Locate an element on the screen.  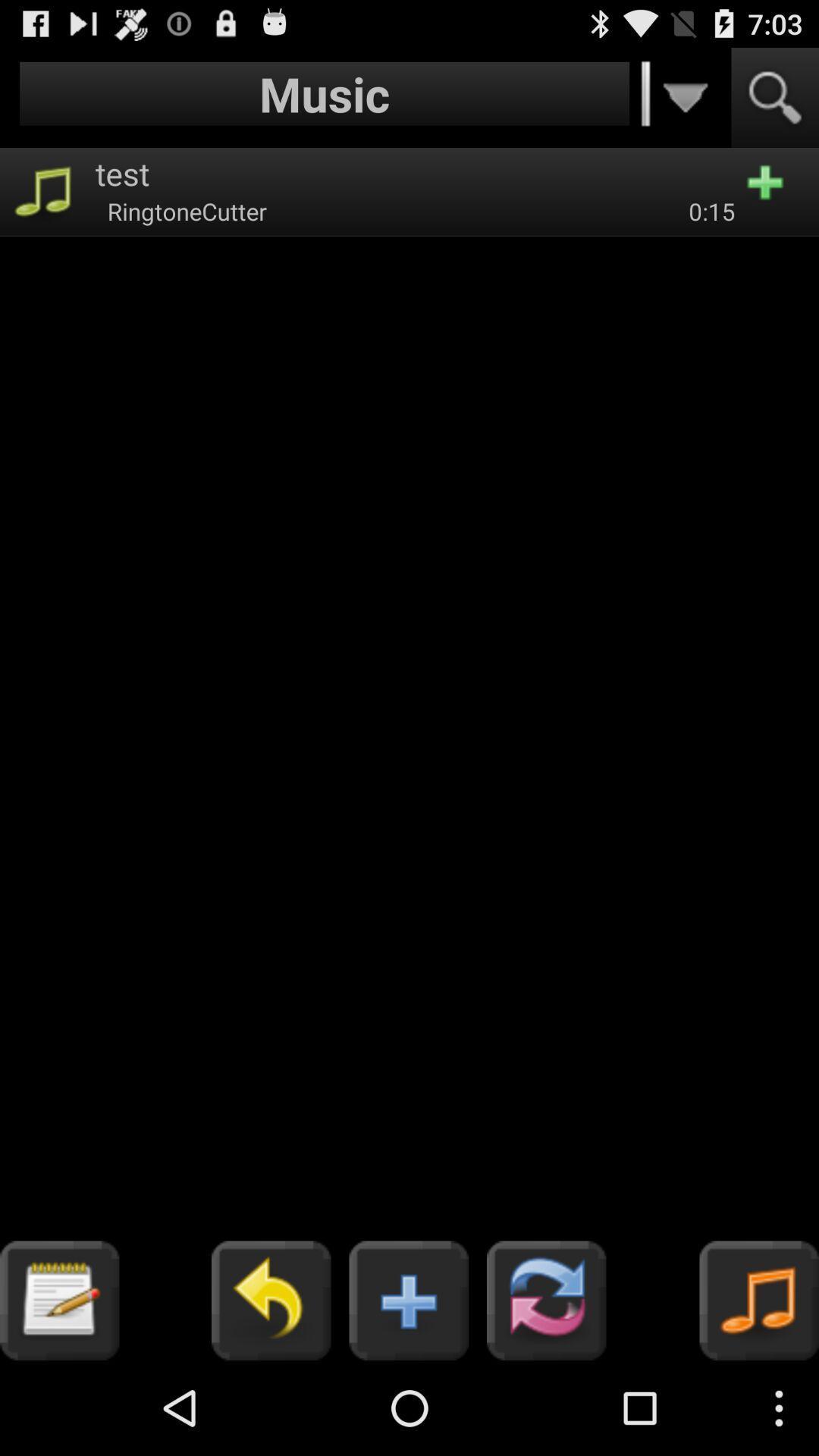
the search icon is located at coordinates (775, 104).